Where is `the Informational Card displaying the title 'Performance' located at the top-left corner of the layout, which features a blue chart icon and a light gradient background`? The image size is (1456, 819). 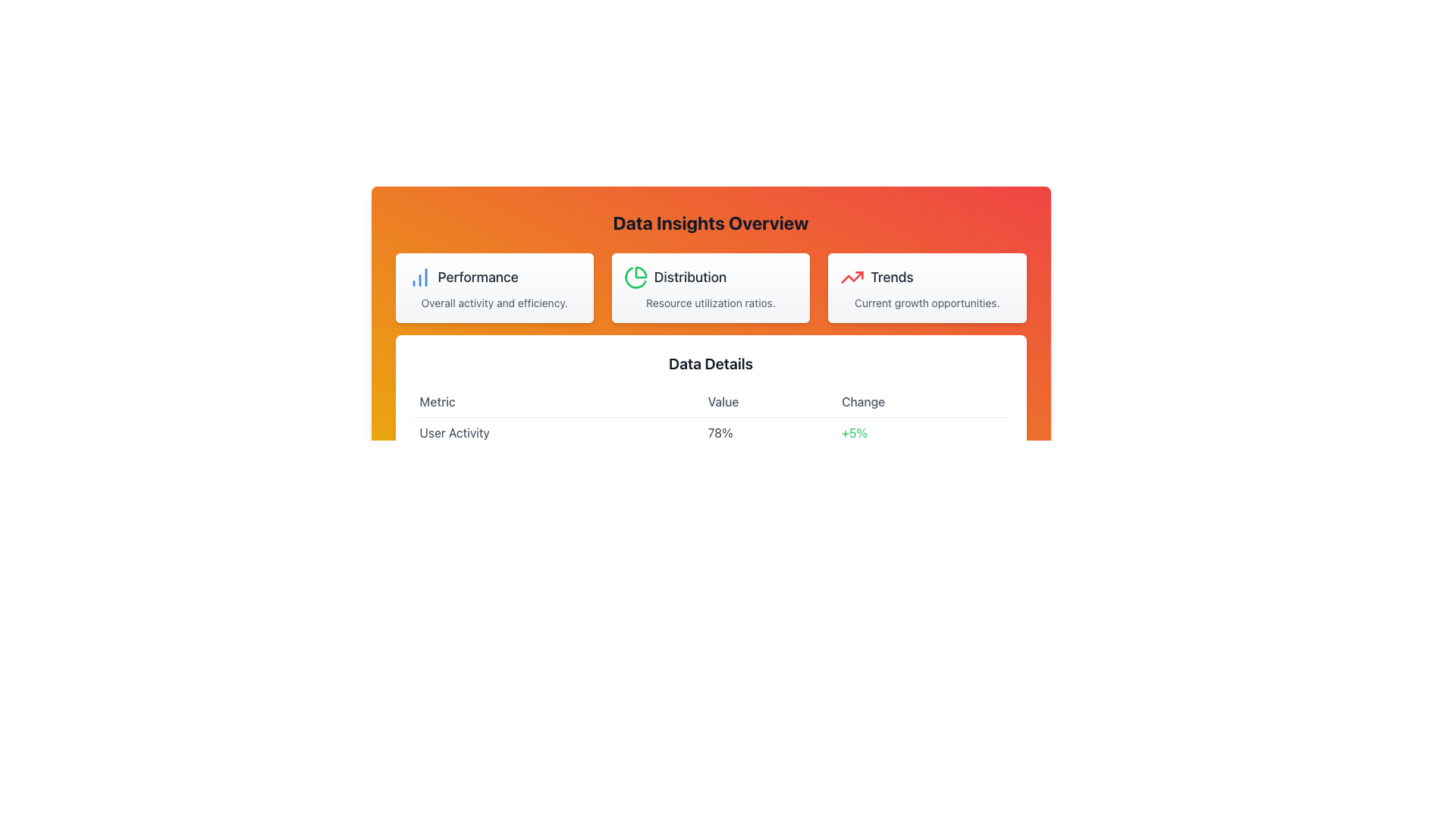 the Informational Card displaying the title 'Performance' located at the top-left corner of the layout, which features a blue chart icon and a light gradient background is located at coordinates (494, 288).